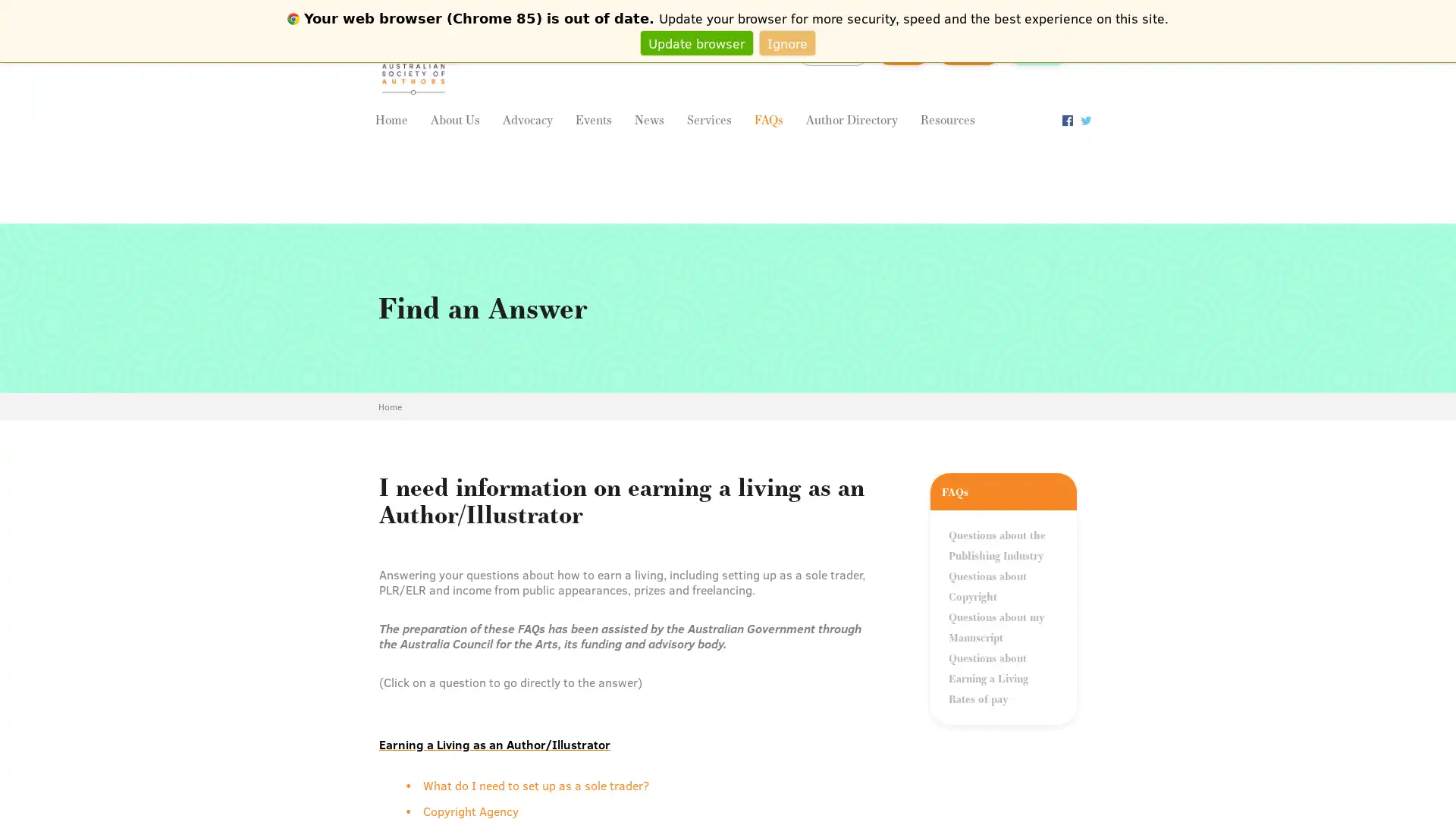 Image resolution: width=1456 pixels, height=819 pixels. What do you see at coordinates (787, 42) in the screenshot?
I see `Ignore` at bounding box center [787, 42].